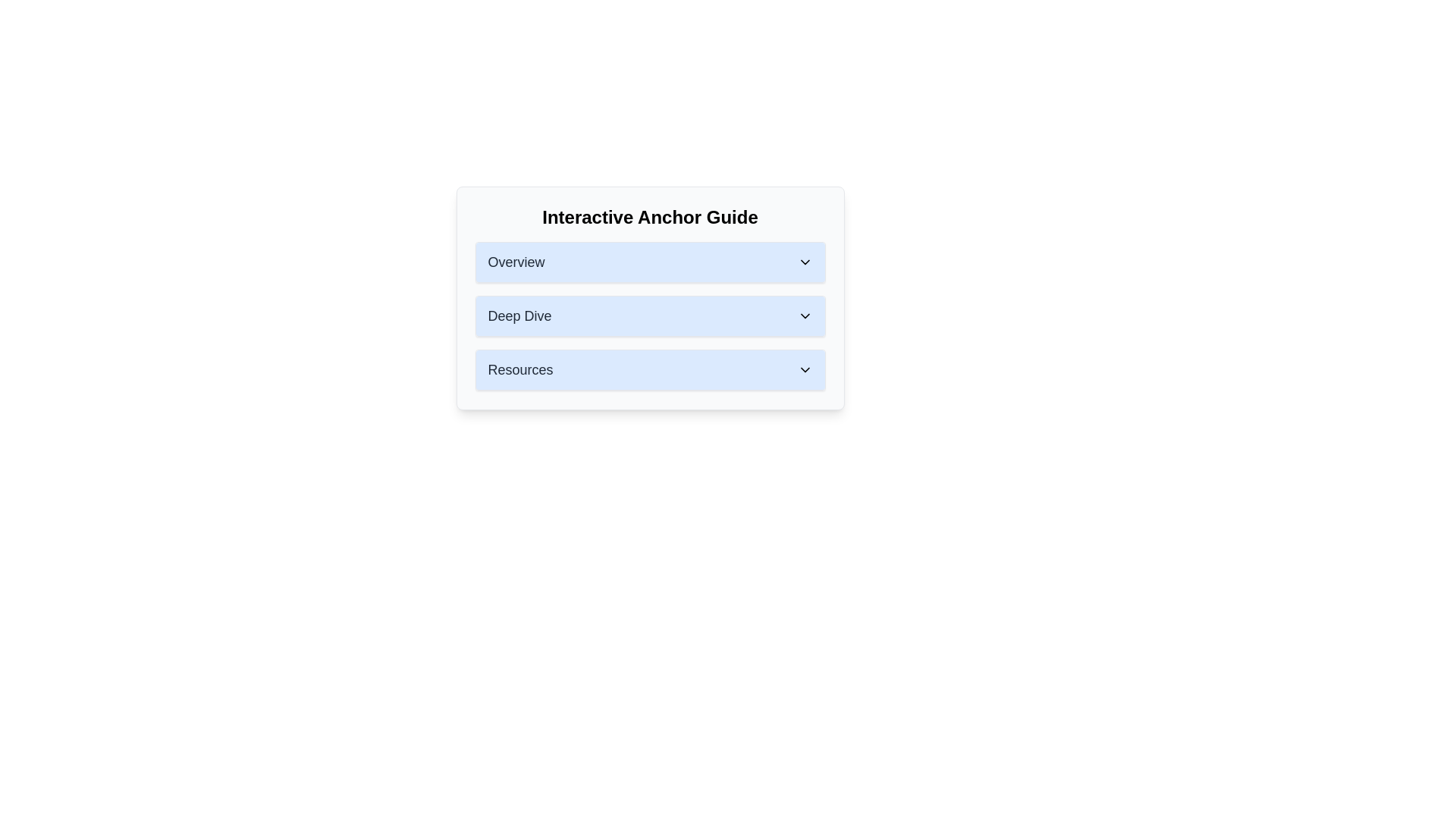  What do you see at coordinates (516, 262) in the screenshot?
I see `the 'Overview' text label, which is the first item in a vertical list of headers styled in large, bold font and dark gray color against a light blue background` at bounding box center [516, 262].